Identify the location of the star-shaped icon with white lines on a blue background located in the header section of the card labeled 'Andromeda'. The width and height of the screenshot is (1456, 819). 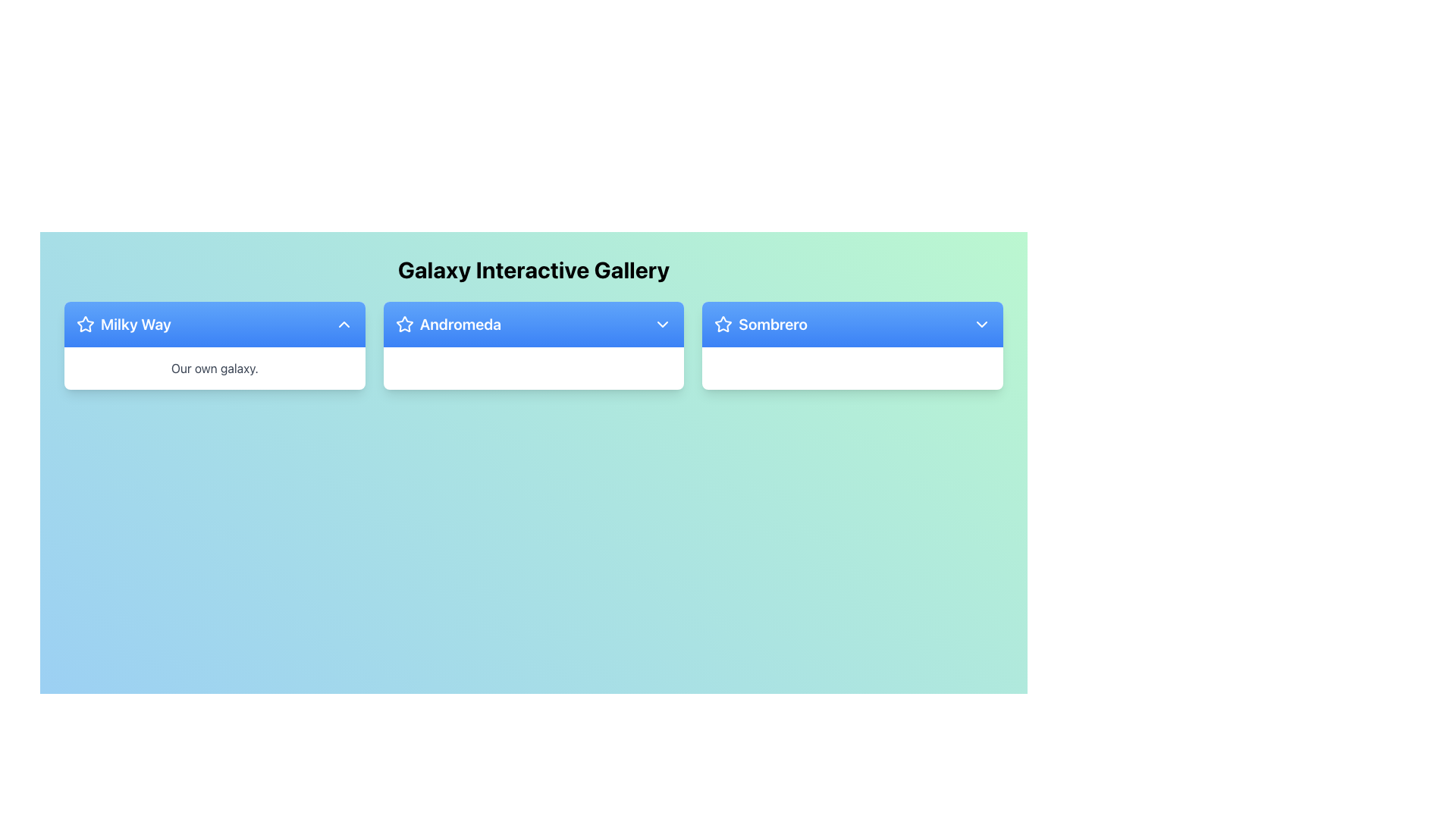
(404, 324).